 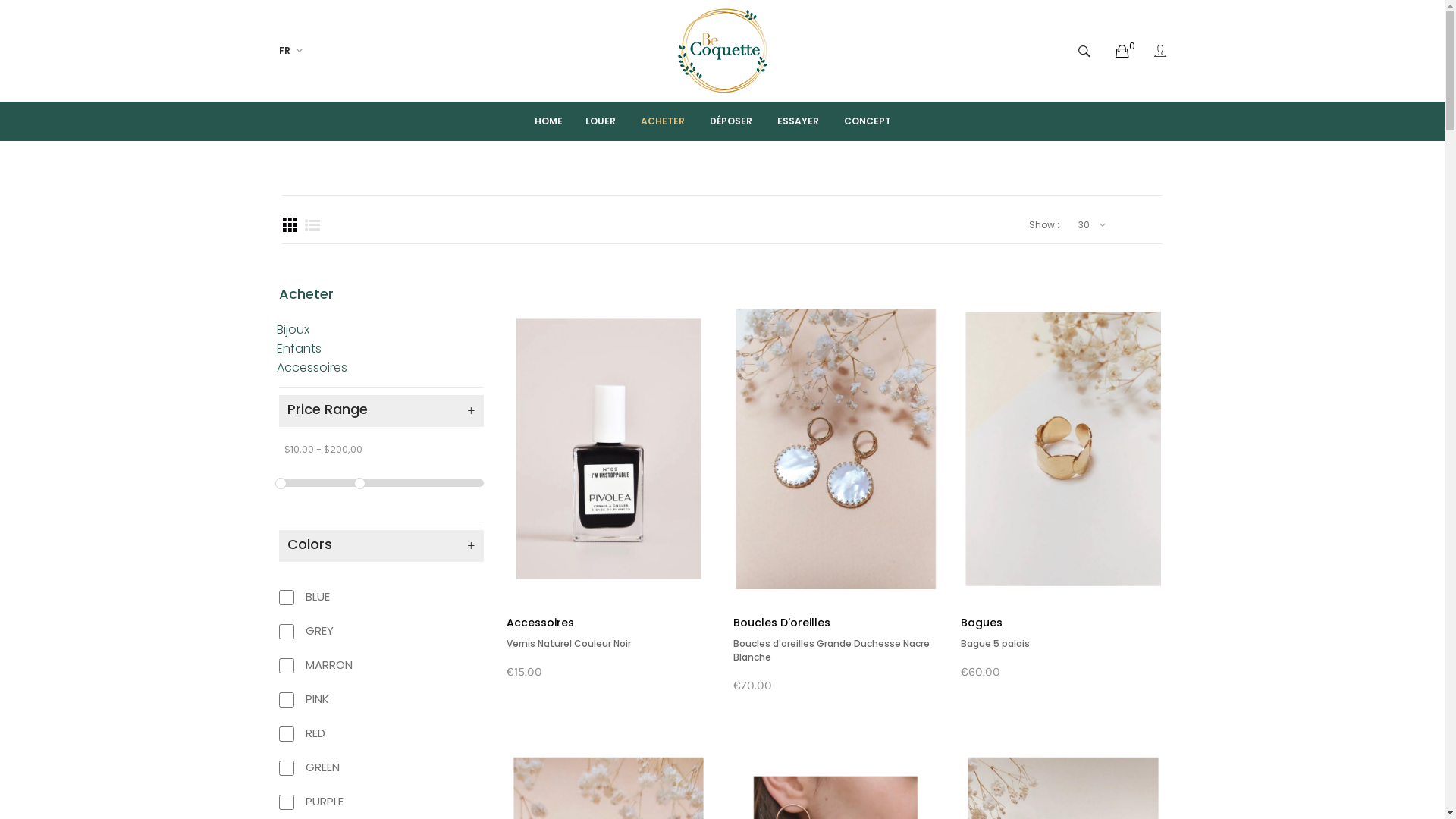 What do you see at coordinates (312, 225) in the screenshot?
I see `'List'` at bounding box center [312, 225].